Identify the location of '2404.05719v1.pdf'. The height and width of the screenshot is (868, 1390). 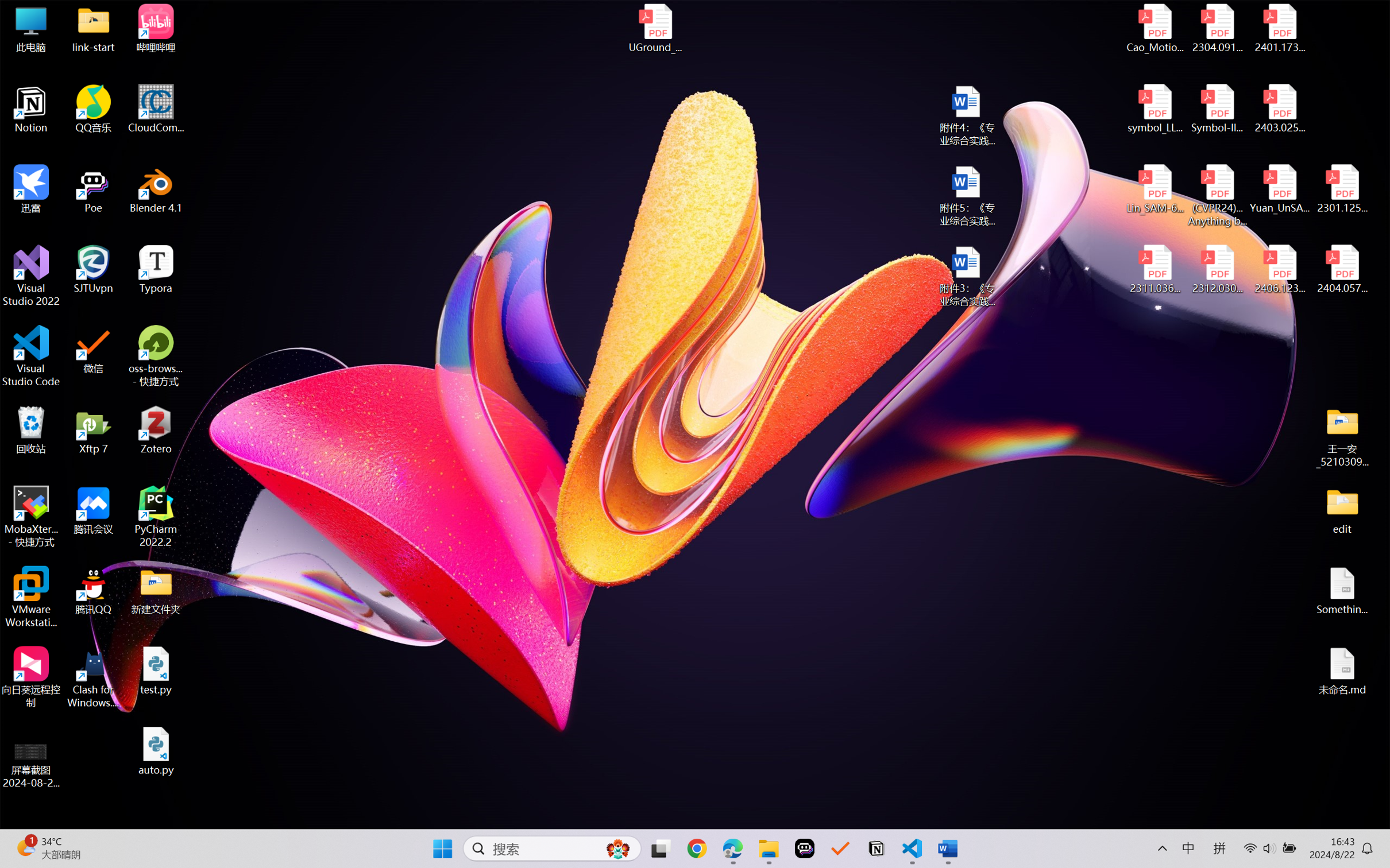
(1341, 269).